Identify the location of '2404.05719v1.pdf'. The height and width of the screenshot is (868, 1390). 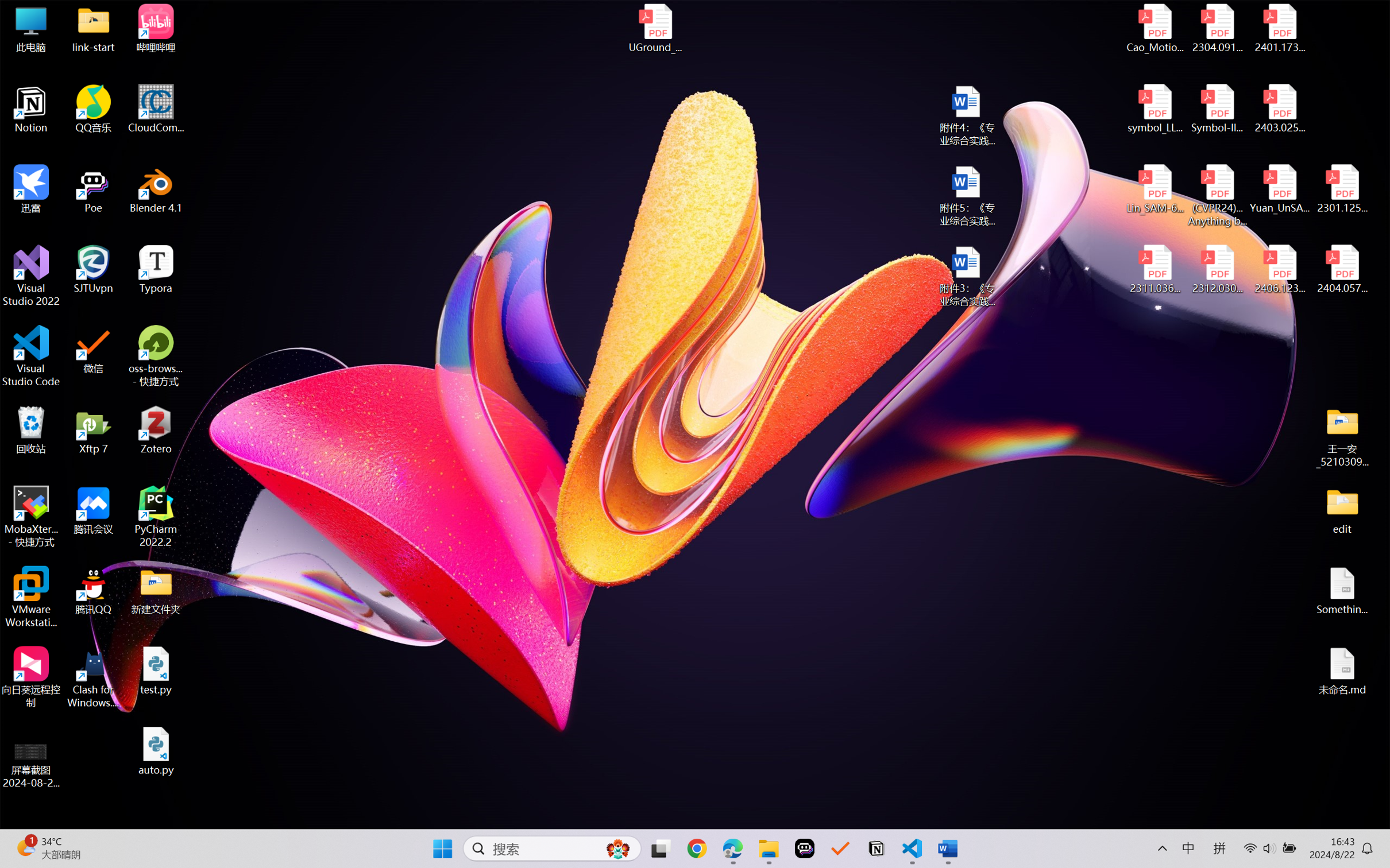
(1341, 269).